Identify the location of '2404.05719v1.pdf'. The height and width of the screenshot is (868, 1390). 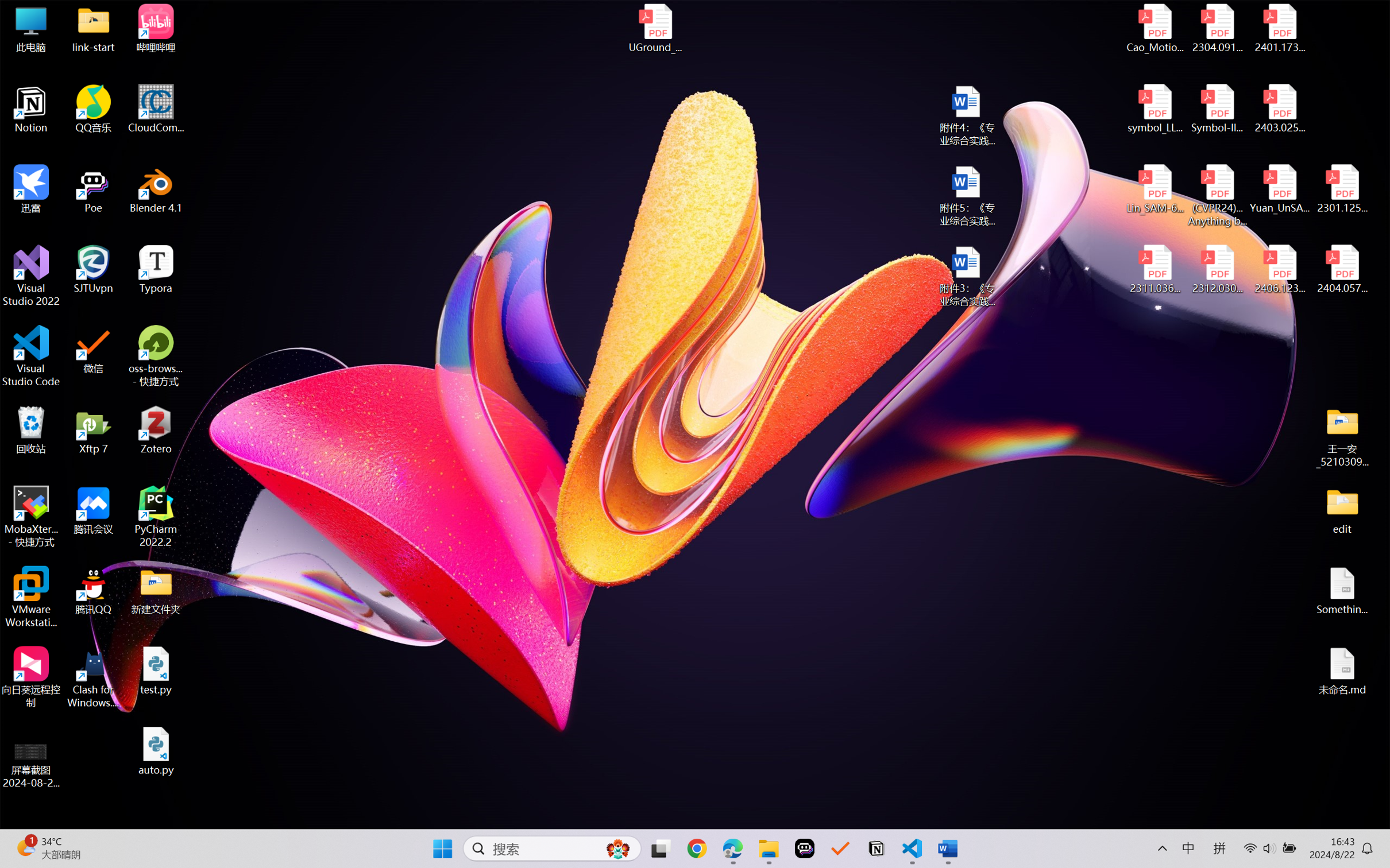
(1341, 269).